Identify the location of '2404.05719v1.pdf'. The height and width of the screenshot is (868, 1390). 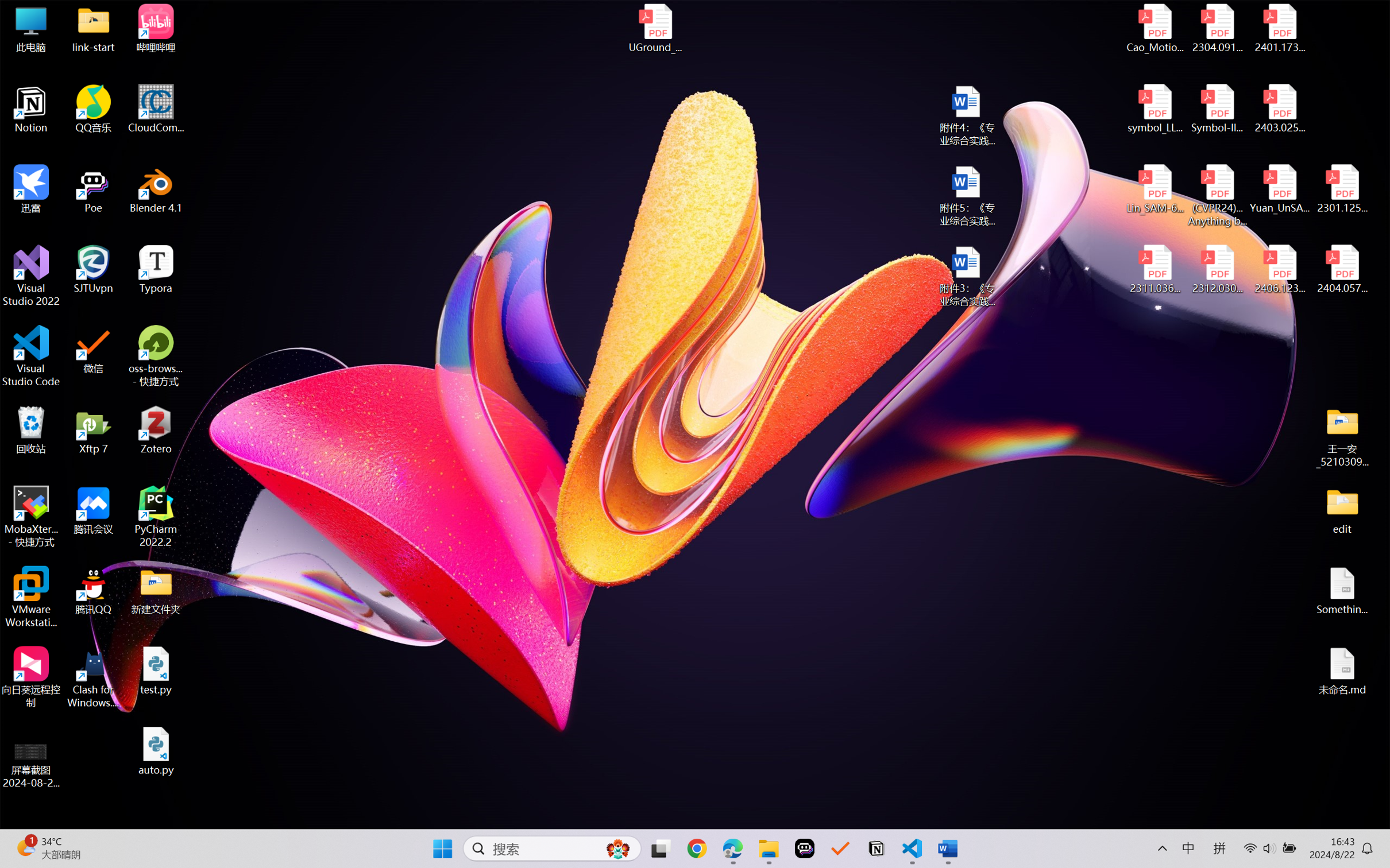
(1341, 269).